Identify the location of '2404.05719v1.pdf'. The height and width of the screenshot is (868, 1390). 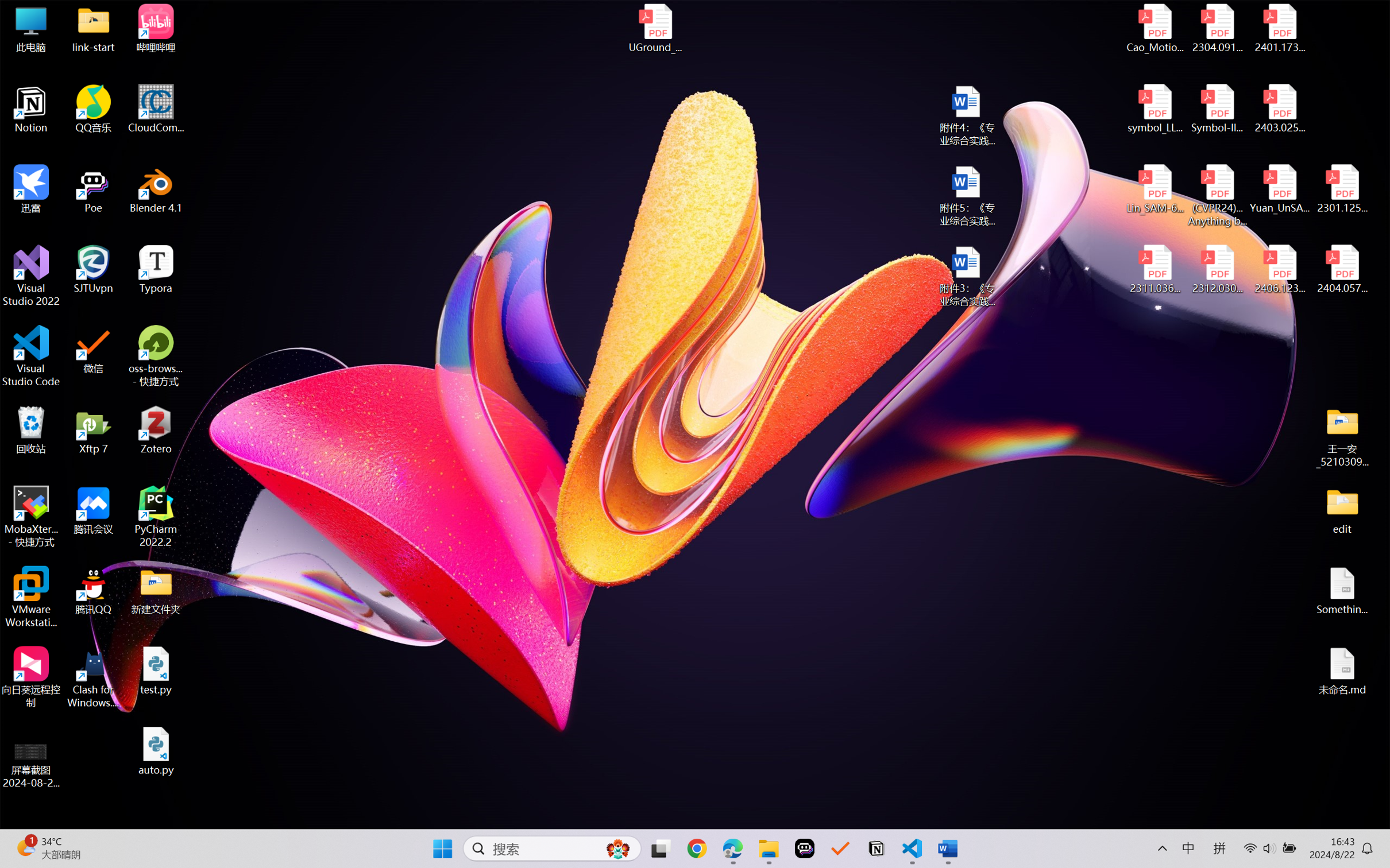
(1341, 269).